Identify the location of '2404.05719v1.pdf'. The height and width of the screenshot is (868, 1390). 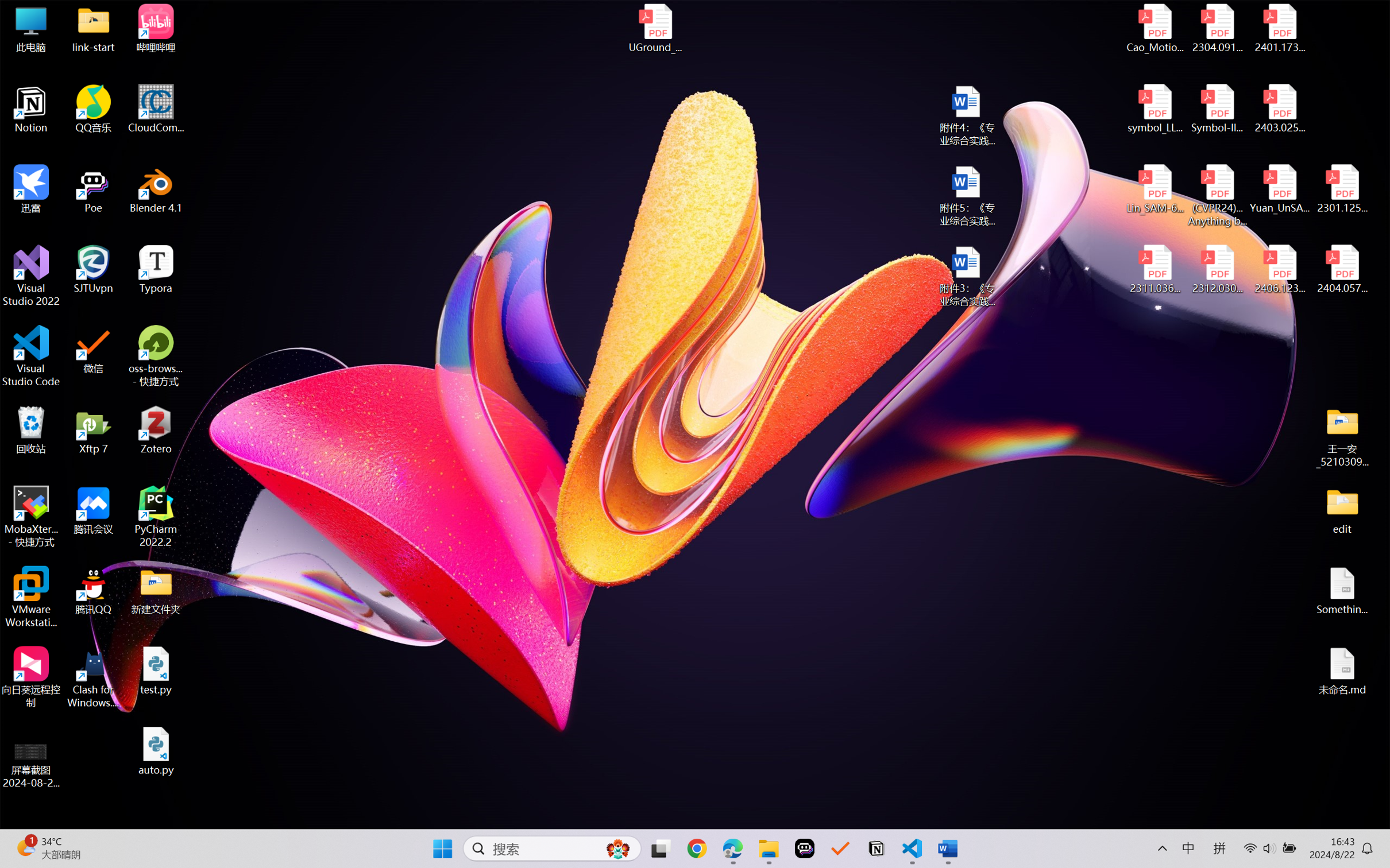
(1341, 269).